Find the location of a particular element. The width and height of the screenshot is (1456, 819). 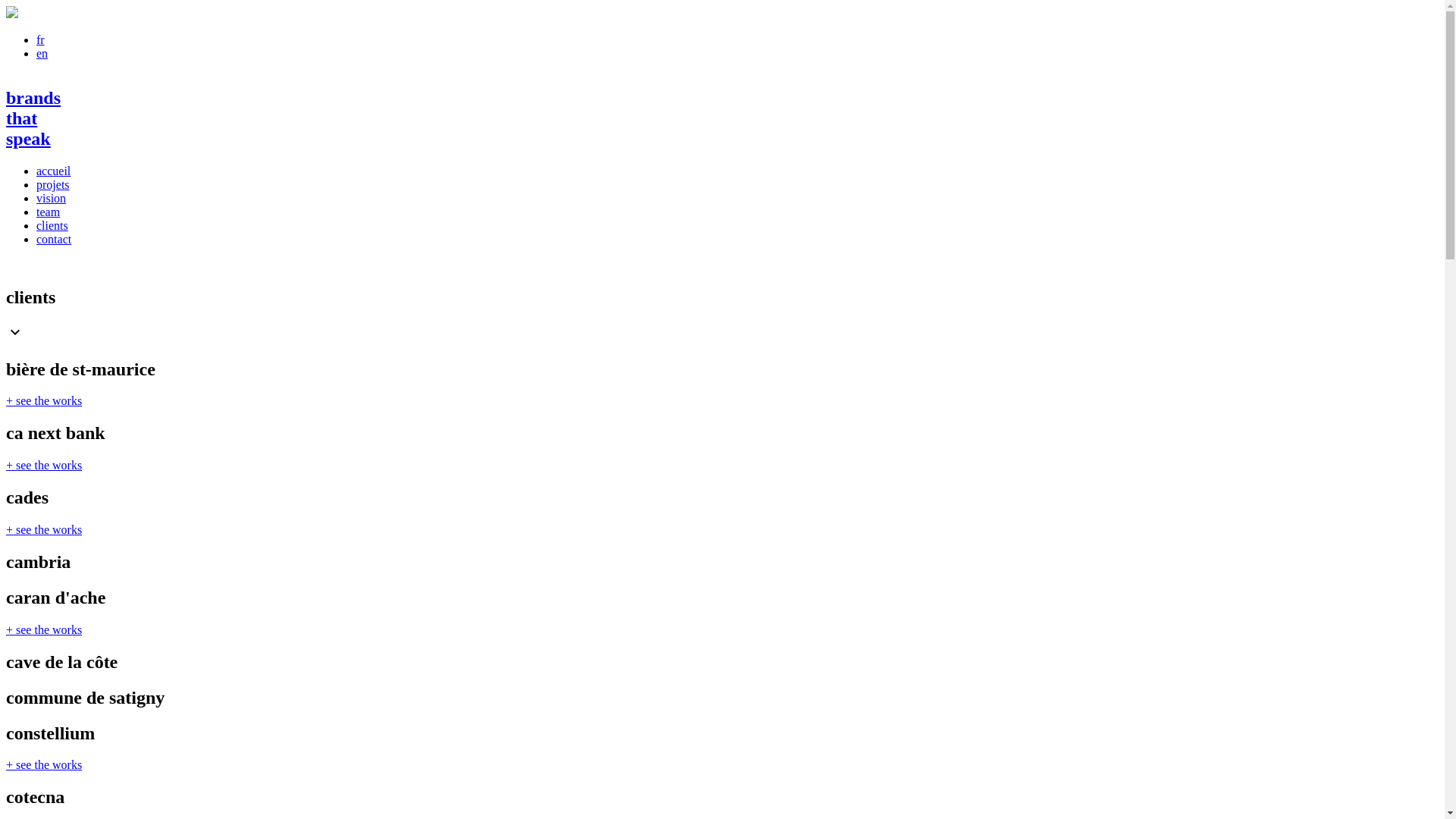

'projets' is located at coordinates (36, 184).